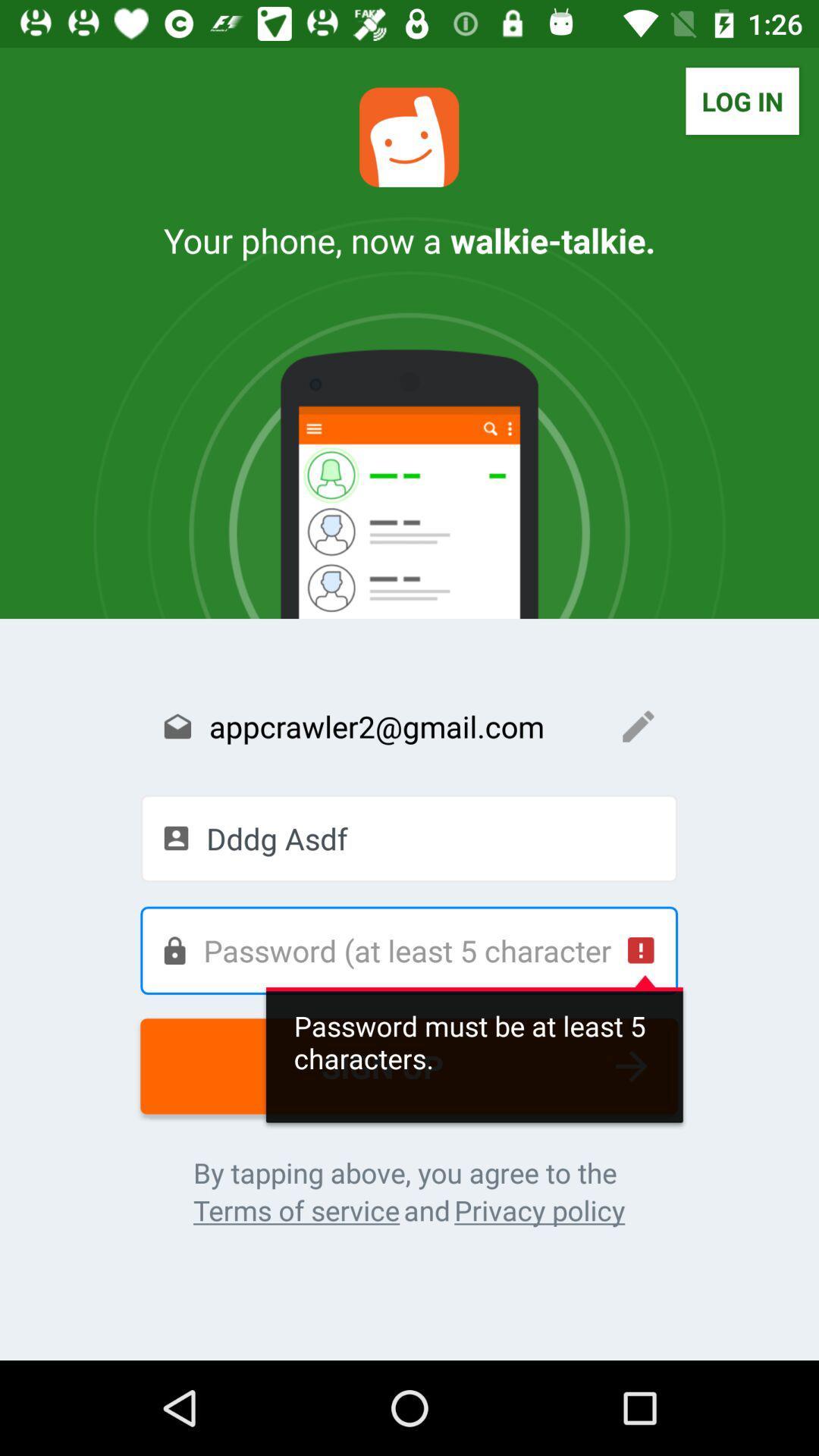 This screenshot has height=1456, width=819. What do you see at coordinates (408, 837) in the screenshot?
I see `the icon below the appcrawler2@gmail.com item` at bounding box center [408, 837].